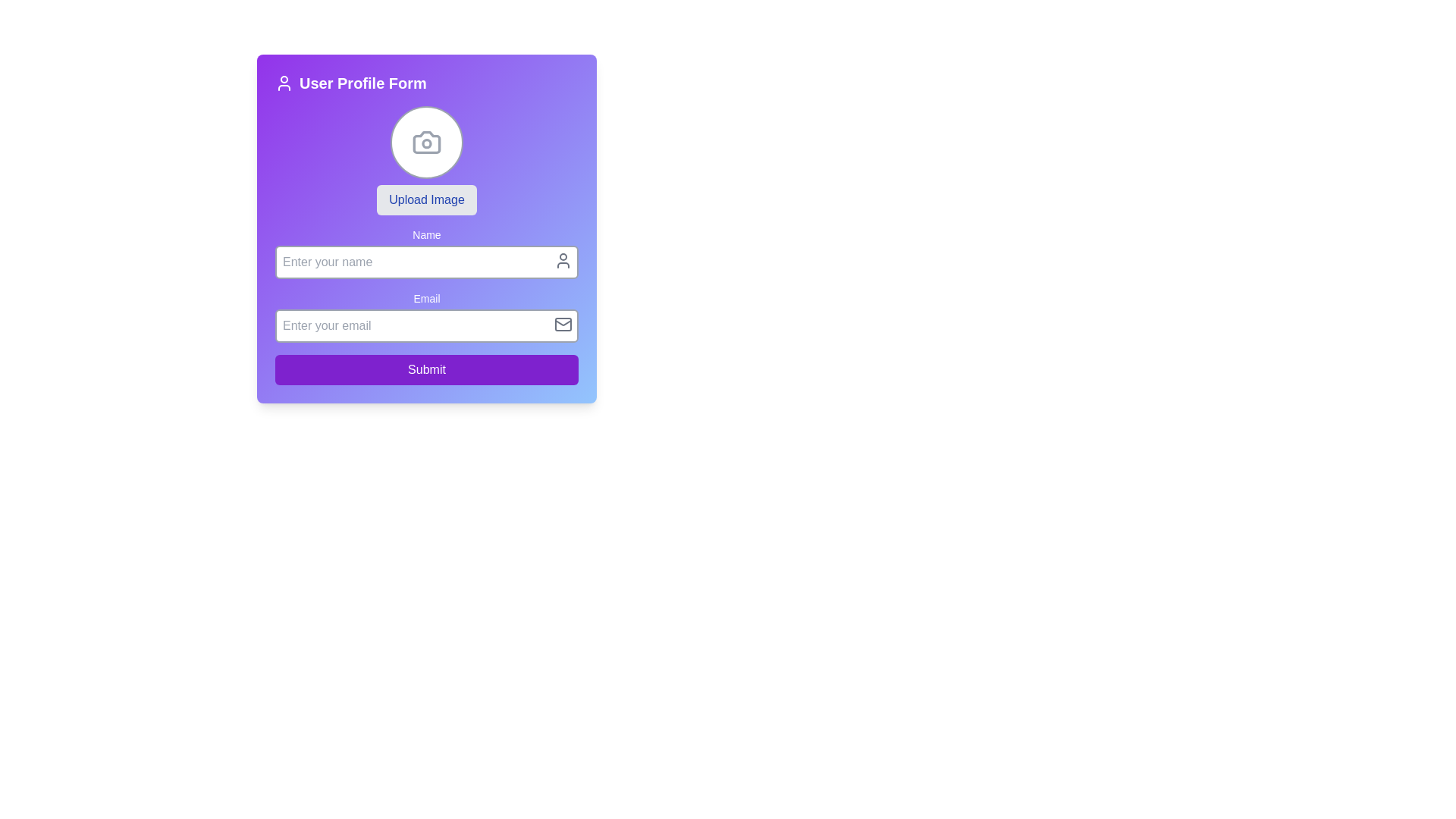 The width and height of the screenshot is (1456, 819). Describe the element at coordinates (284, 83) in the screenshot. I see `the small, minimalistic user icon located at the top-left of the 'User Profile Form' header section, which is rendered with stroke lines to depict a human figure outline` at that location.